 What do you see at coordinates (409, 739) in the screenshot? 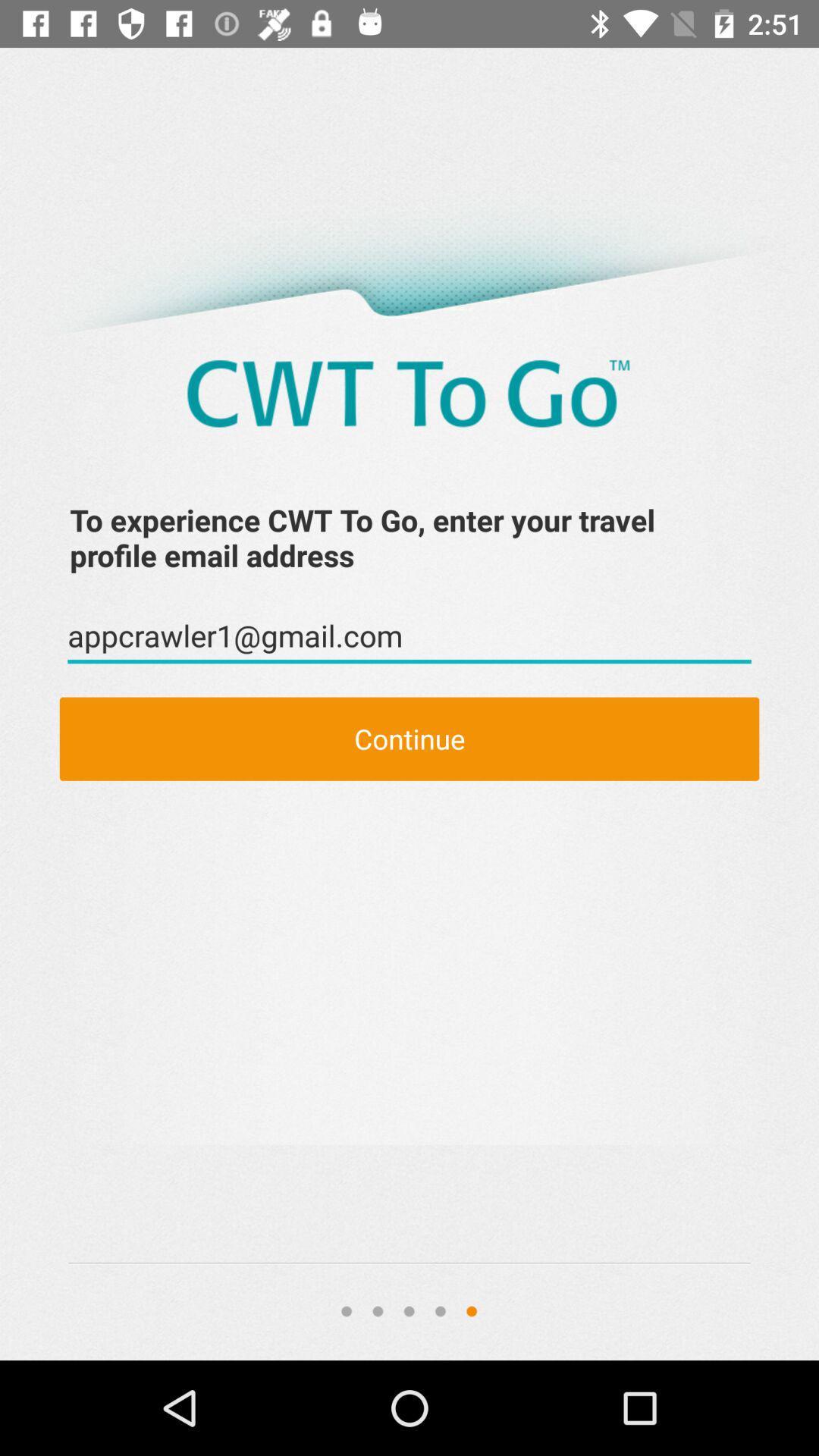
I see `the item below appcrawler1@gmail.com icon` at bounding box center [409, 739].